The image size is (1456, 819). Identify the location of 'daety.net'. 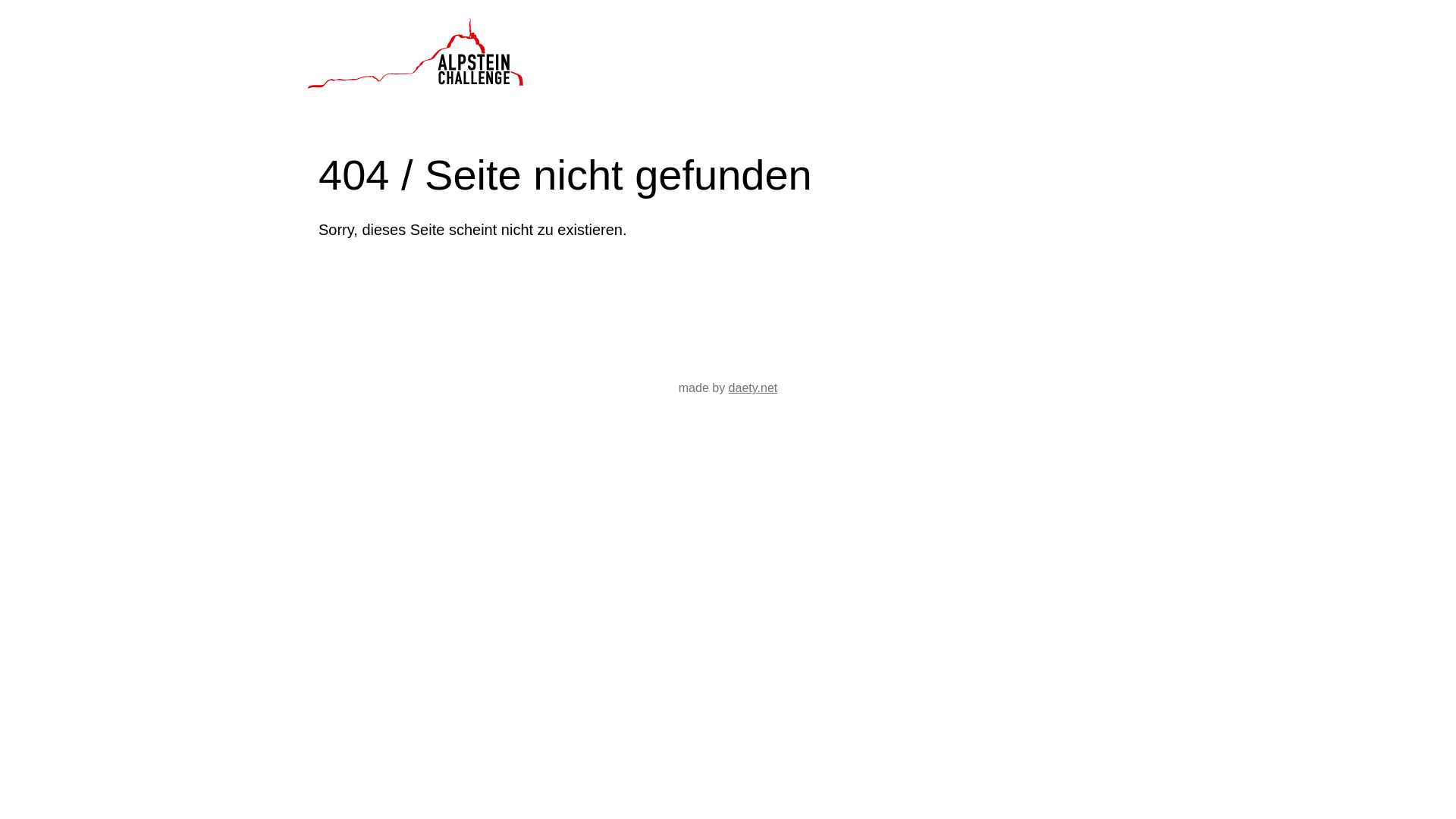
(753, 387).